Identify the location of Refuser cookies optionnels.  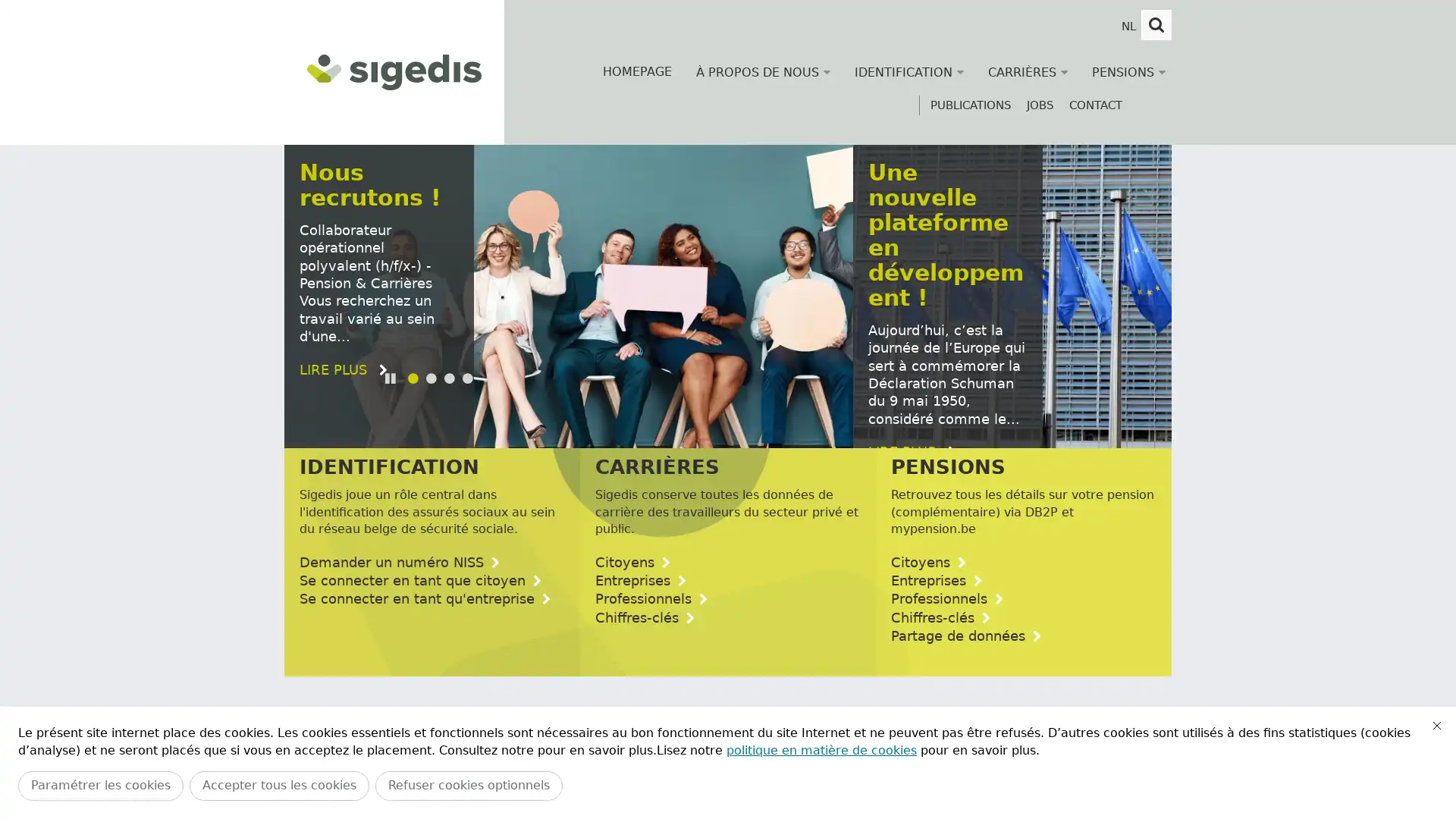
(468, 785).